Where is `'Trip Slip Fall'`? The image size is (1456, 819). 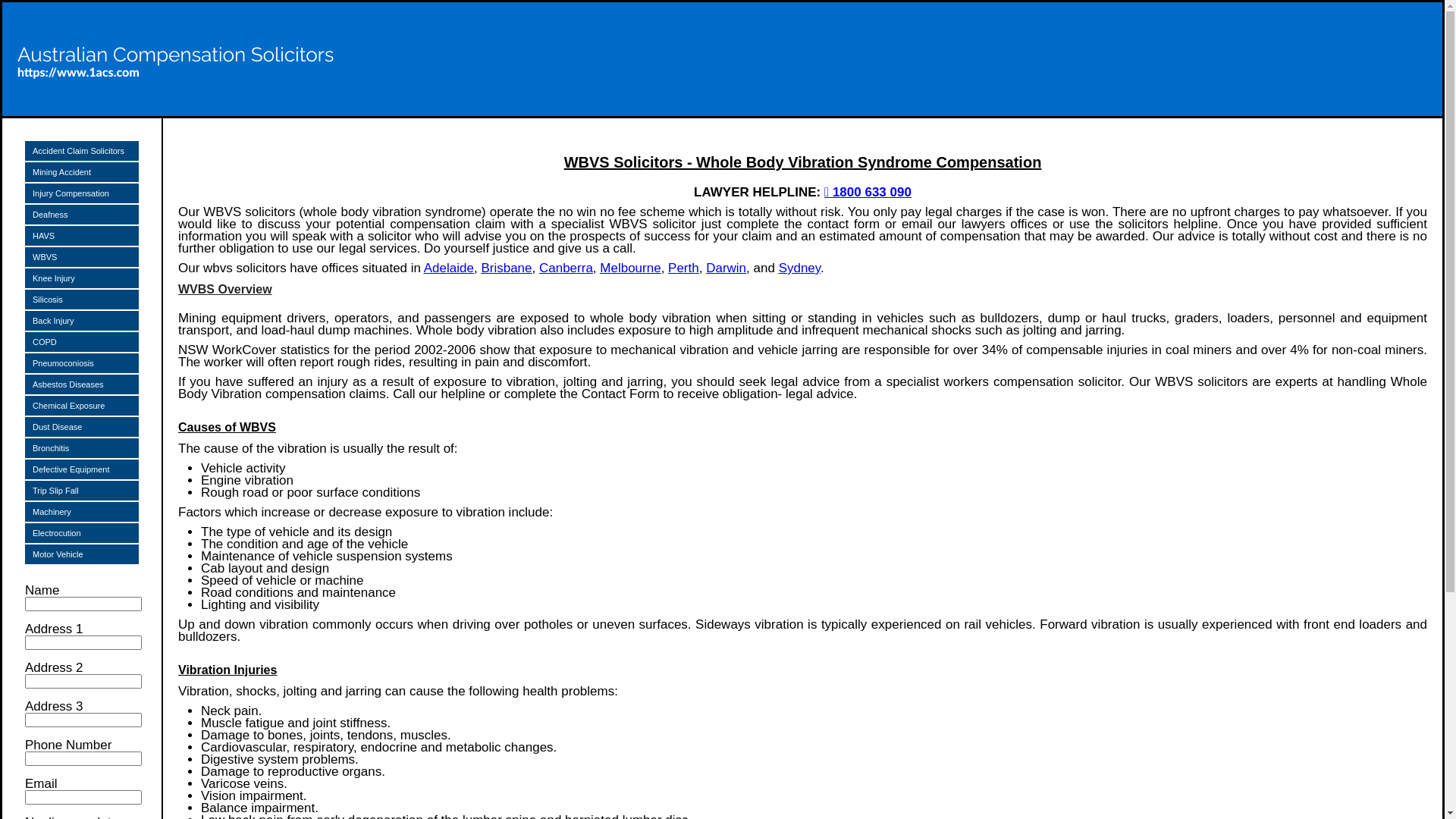
'Trip Slip Fall' is located at coordinates (80, 491).